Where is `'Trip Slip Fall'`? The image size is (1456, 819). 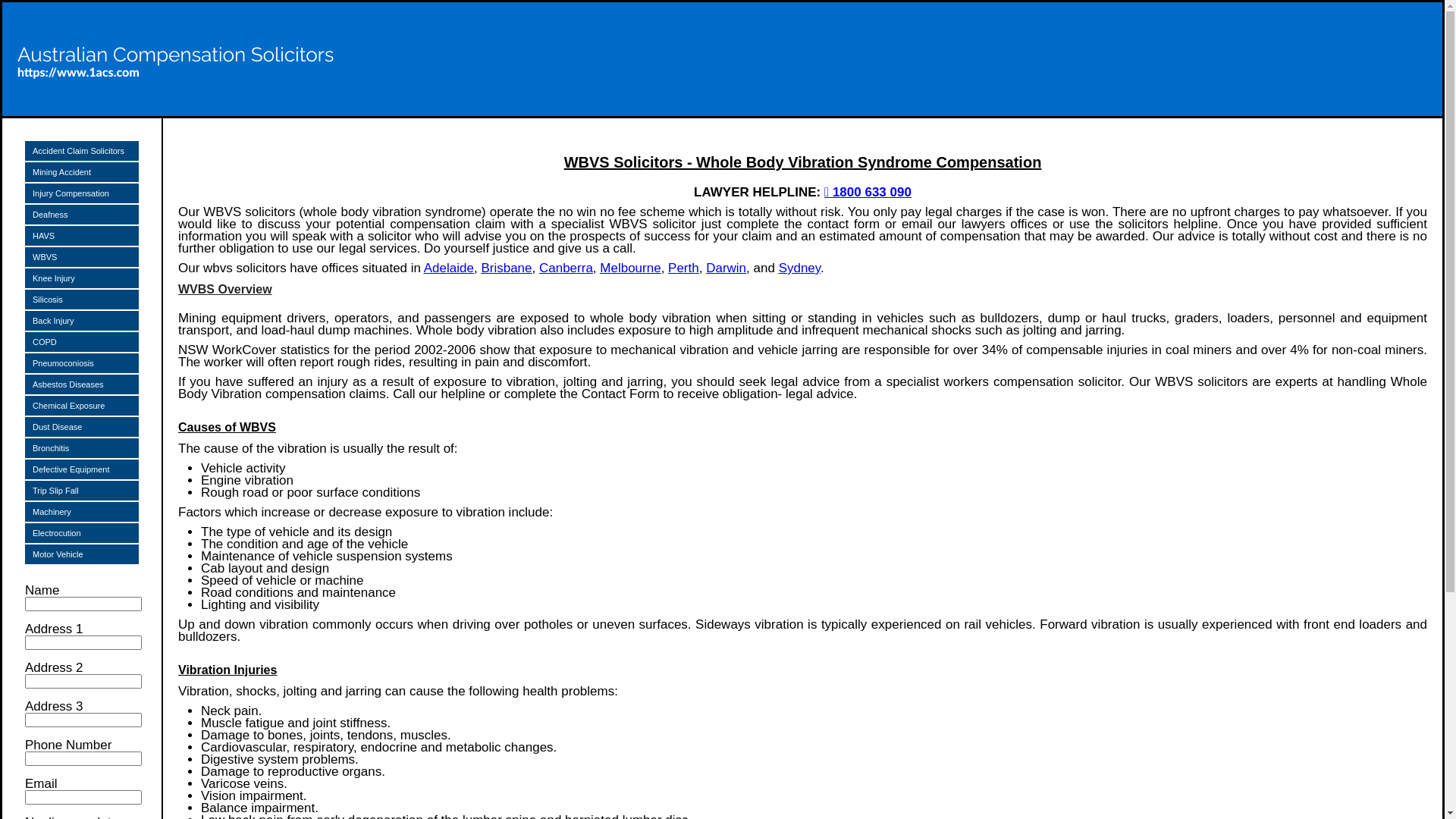
'Trip Slip Fall' is located at coordinates (80, 491).